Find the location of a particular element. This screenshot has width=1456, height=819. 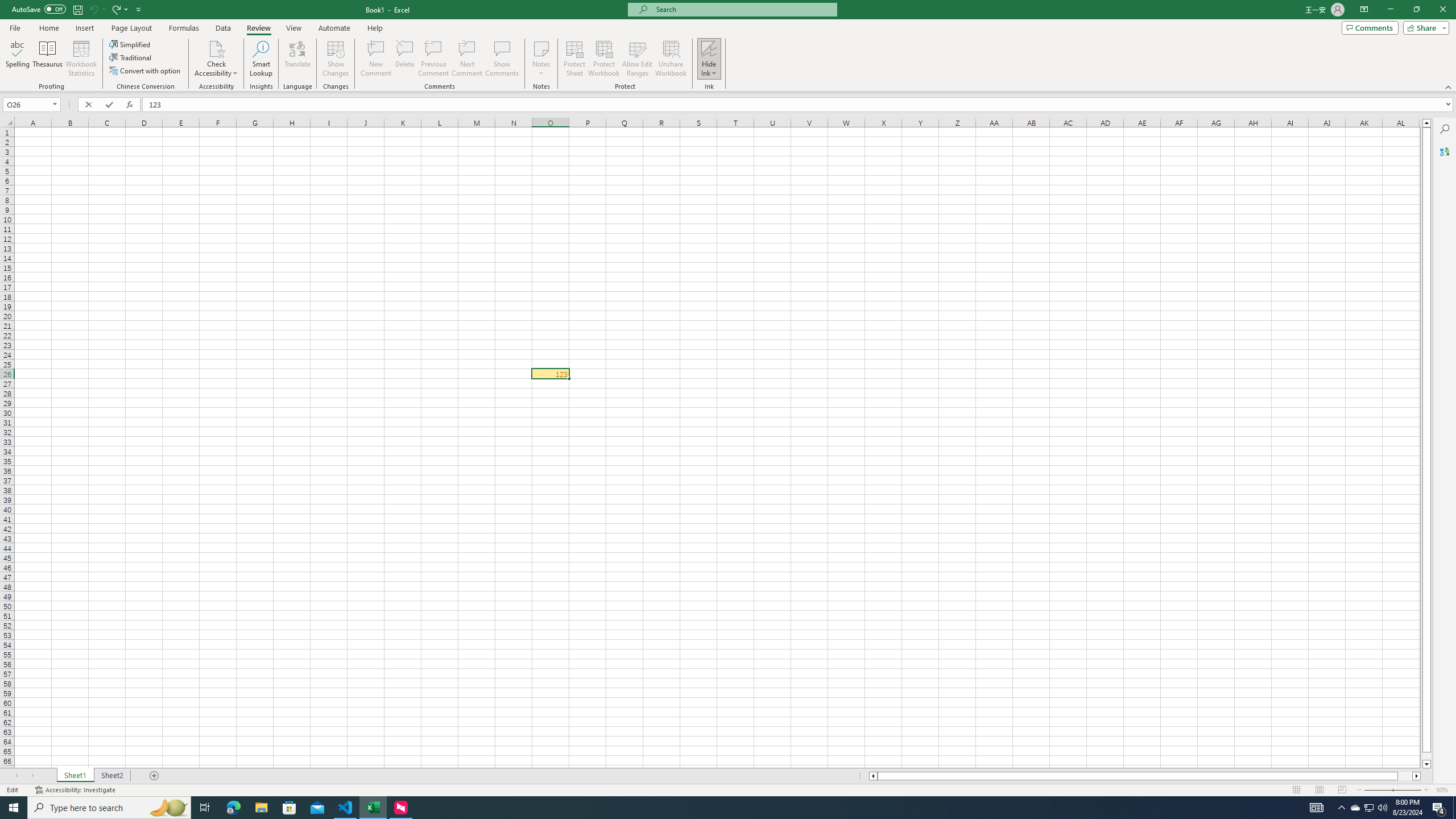

'Edit Cell' is located at coordinates (549, 373).